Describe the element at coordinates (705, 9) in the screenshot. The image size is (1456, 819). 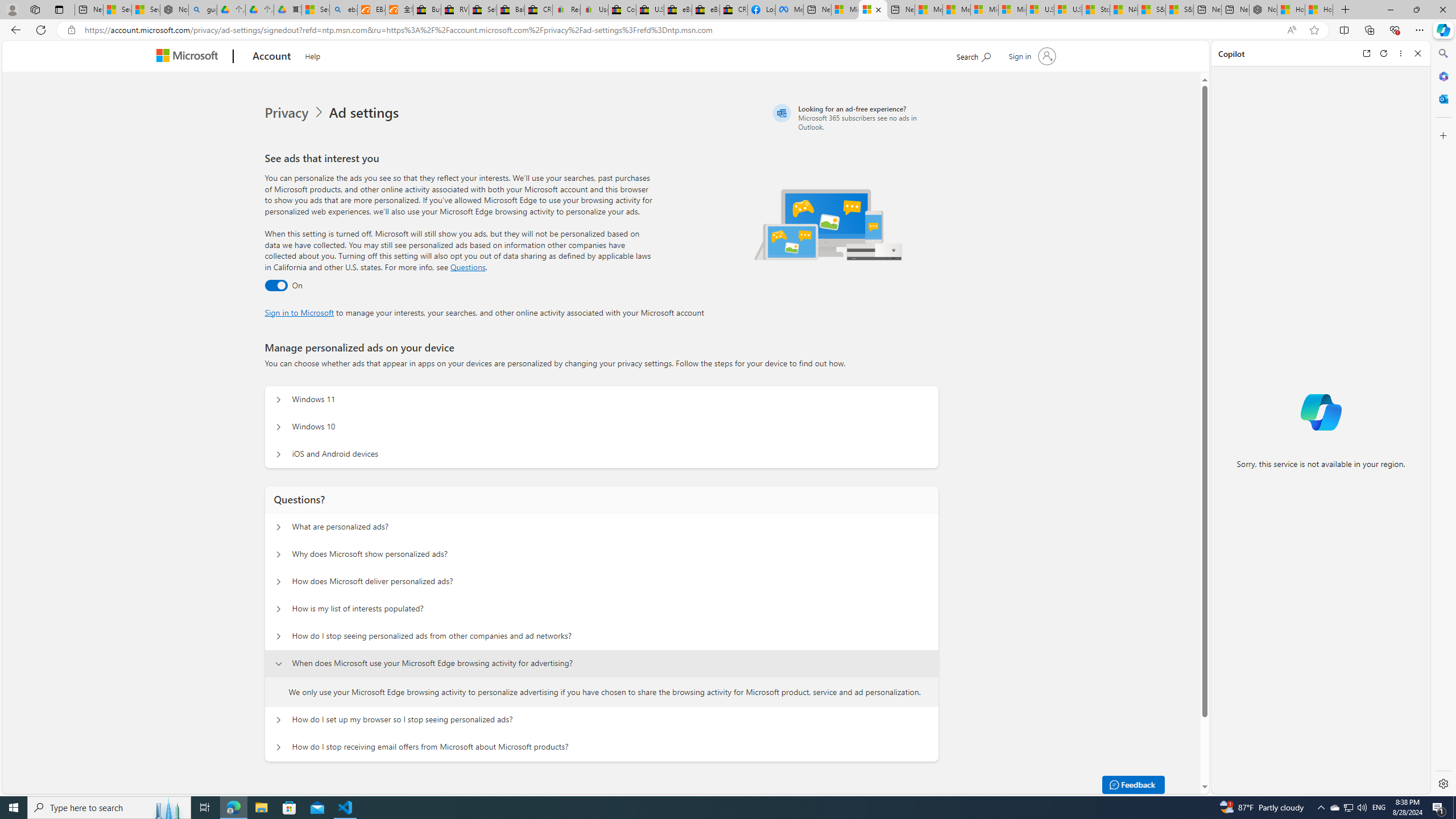
I see `'eBay Inc. Reports Third Quarter 2023 Results'` at that location.